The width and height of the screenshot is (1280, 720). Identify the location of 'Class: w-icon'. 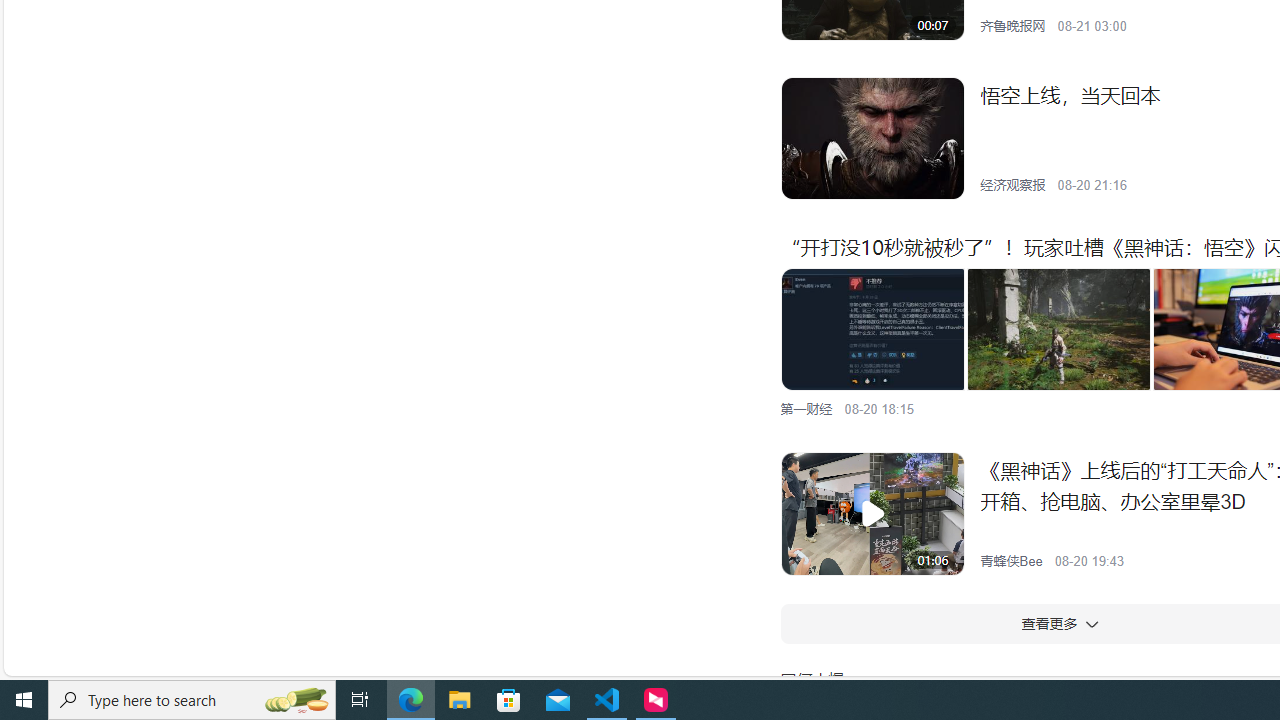
(1090, 622).